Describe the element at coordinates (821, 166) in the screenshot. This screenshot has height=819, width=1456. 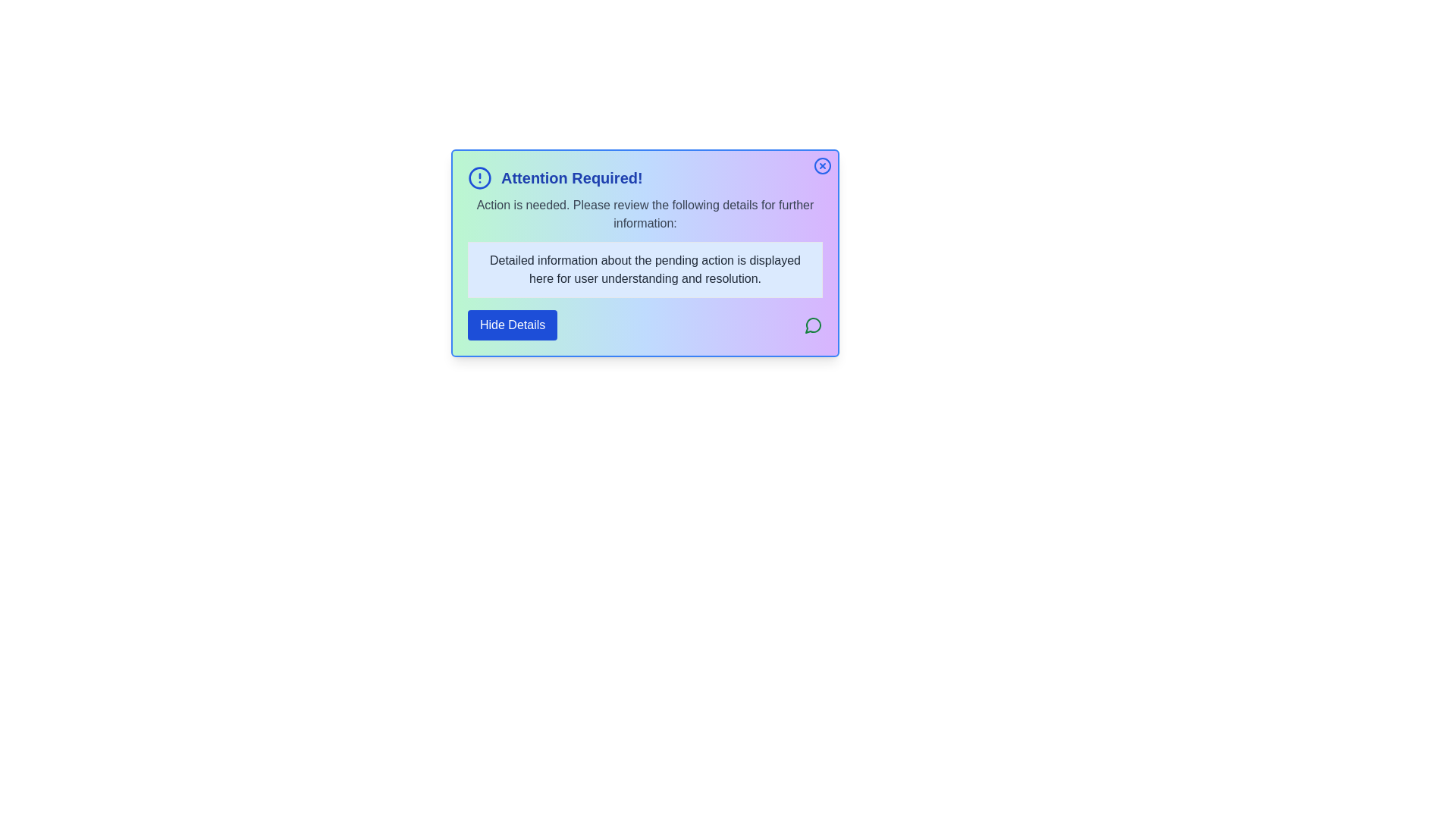
I see `the close button of the alert to close it` at that location.